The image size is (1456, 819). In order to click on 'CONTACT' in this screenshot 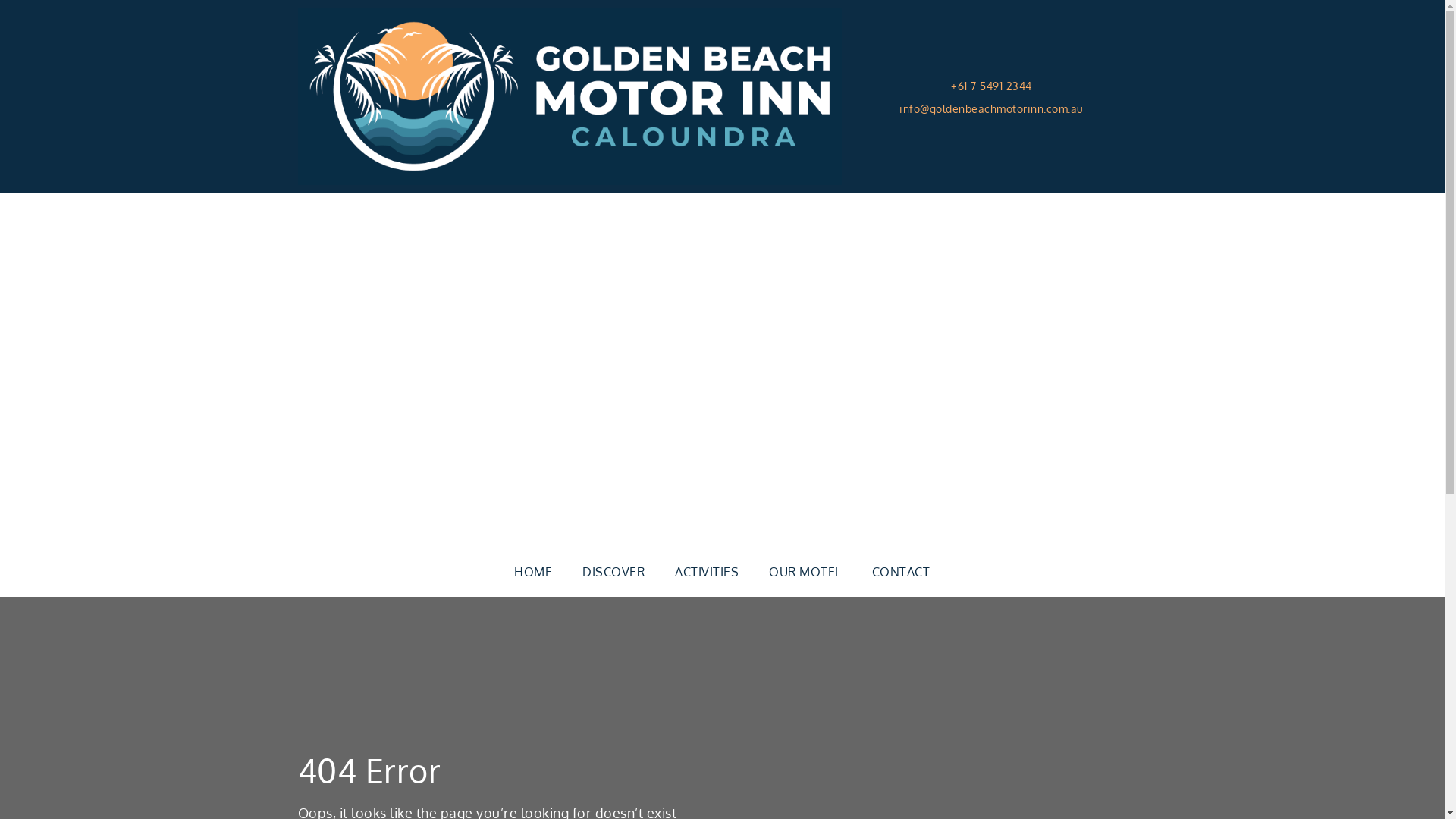, I will do `click(901, 571)`.